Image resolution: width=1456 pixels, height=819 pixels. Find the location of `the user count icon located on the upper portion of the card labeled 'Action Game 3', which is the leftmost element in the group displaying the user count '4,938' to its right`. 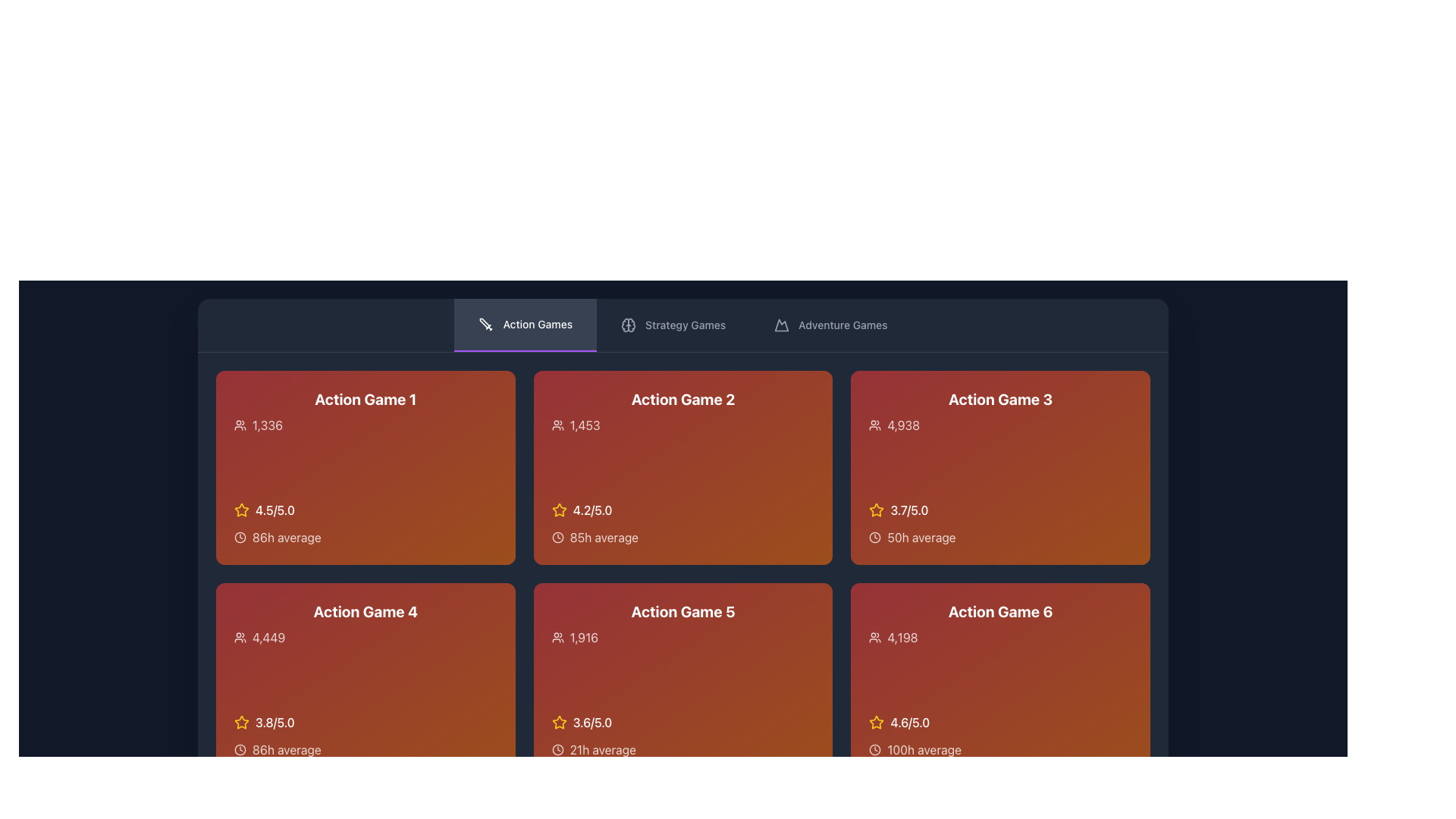

the user count icon located on the upper portion of the card labeled 'Action Game 3', which is the leftmost element in the group displaying the user count '4,938' to its right is located at coordinates (875, 425).